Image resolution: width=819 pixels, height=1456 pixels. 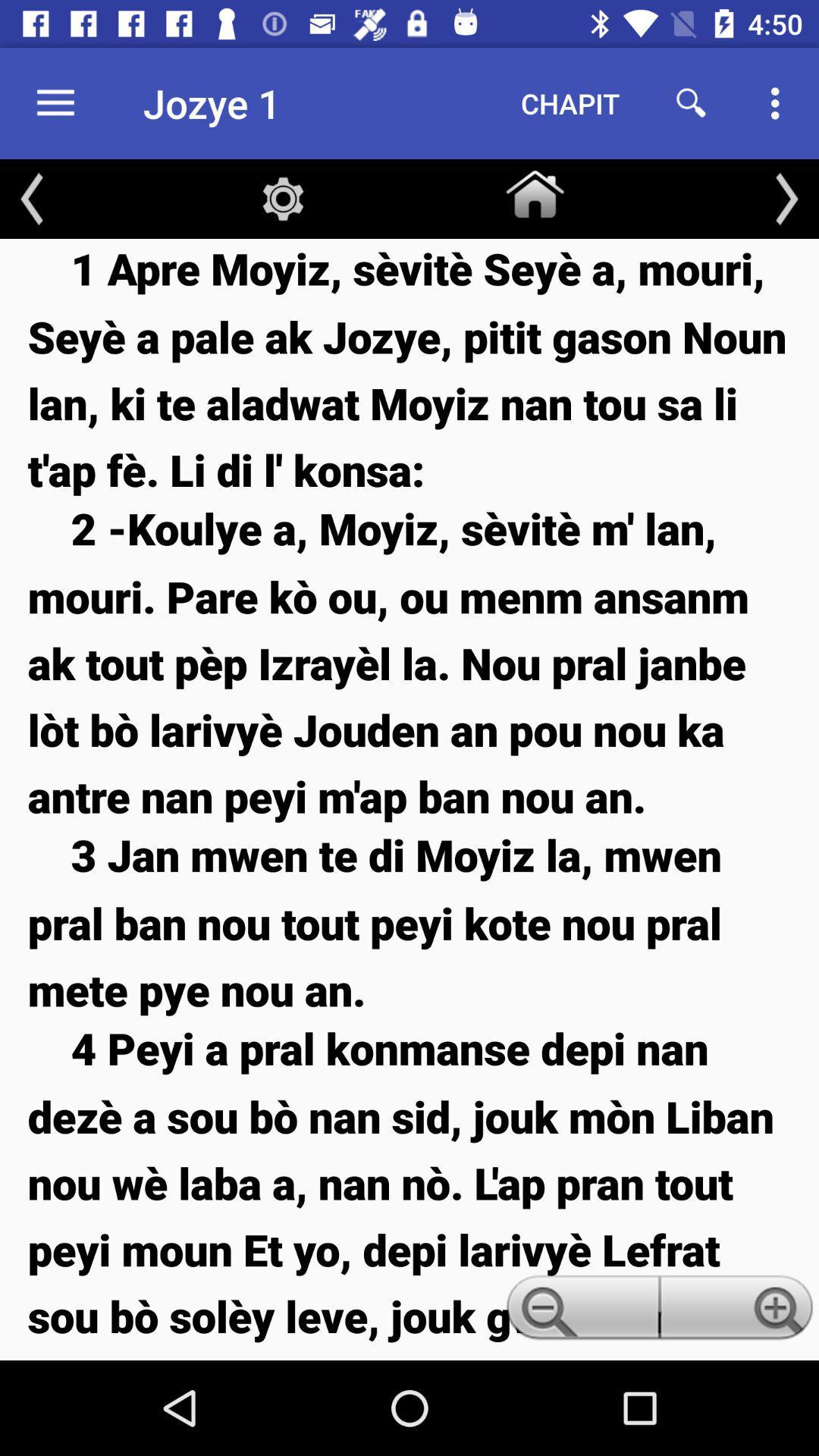 What do you see at coordinates (409, 662) in the screenshot?
I see `the icon above the 3 jan mwen` at bounding box center [409, 662].